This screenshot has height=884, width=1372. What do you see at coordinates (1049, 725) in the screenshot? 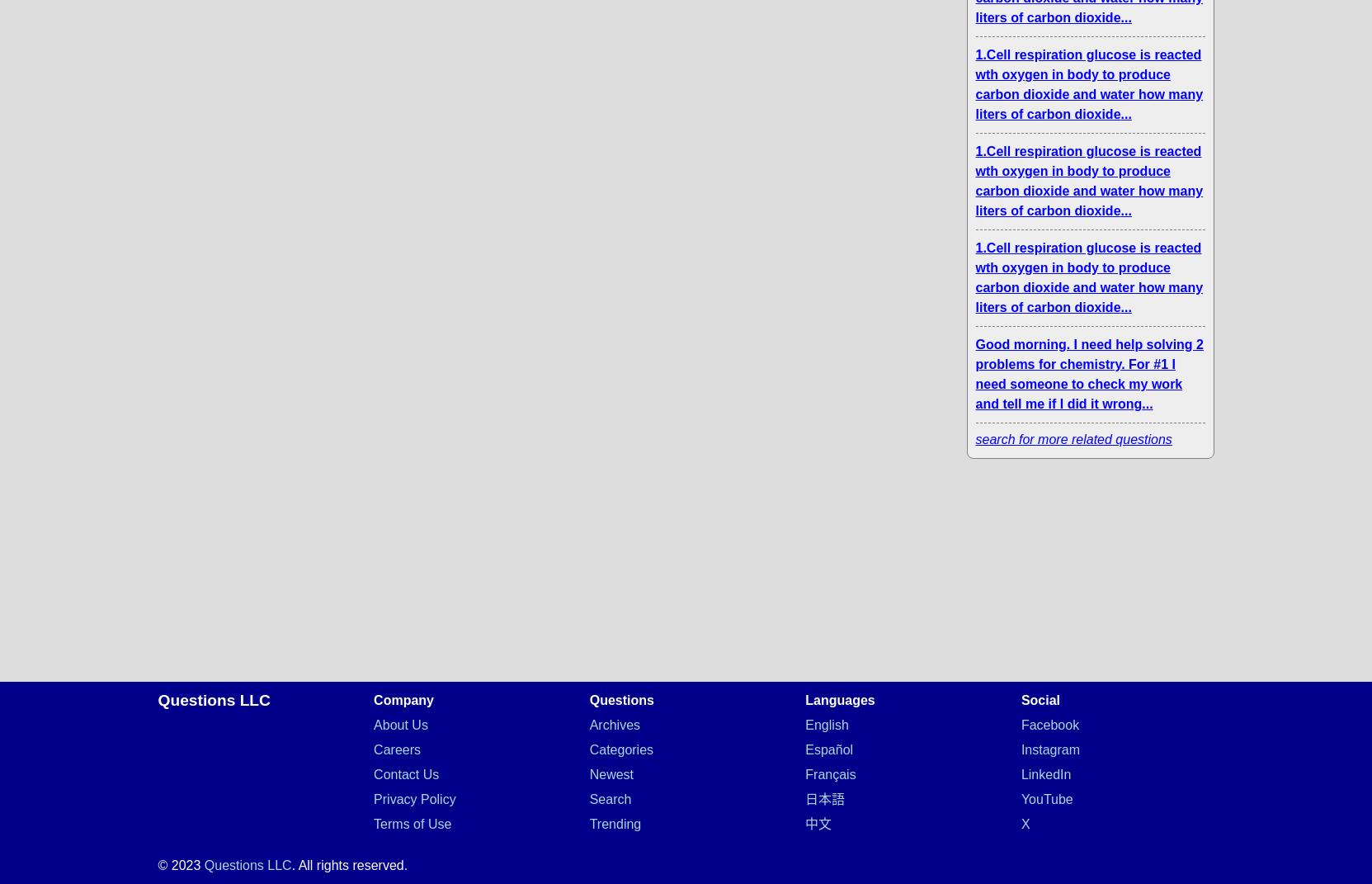
I see `'Facebook'` at bounding box center [1049, 725].